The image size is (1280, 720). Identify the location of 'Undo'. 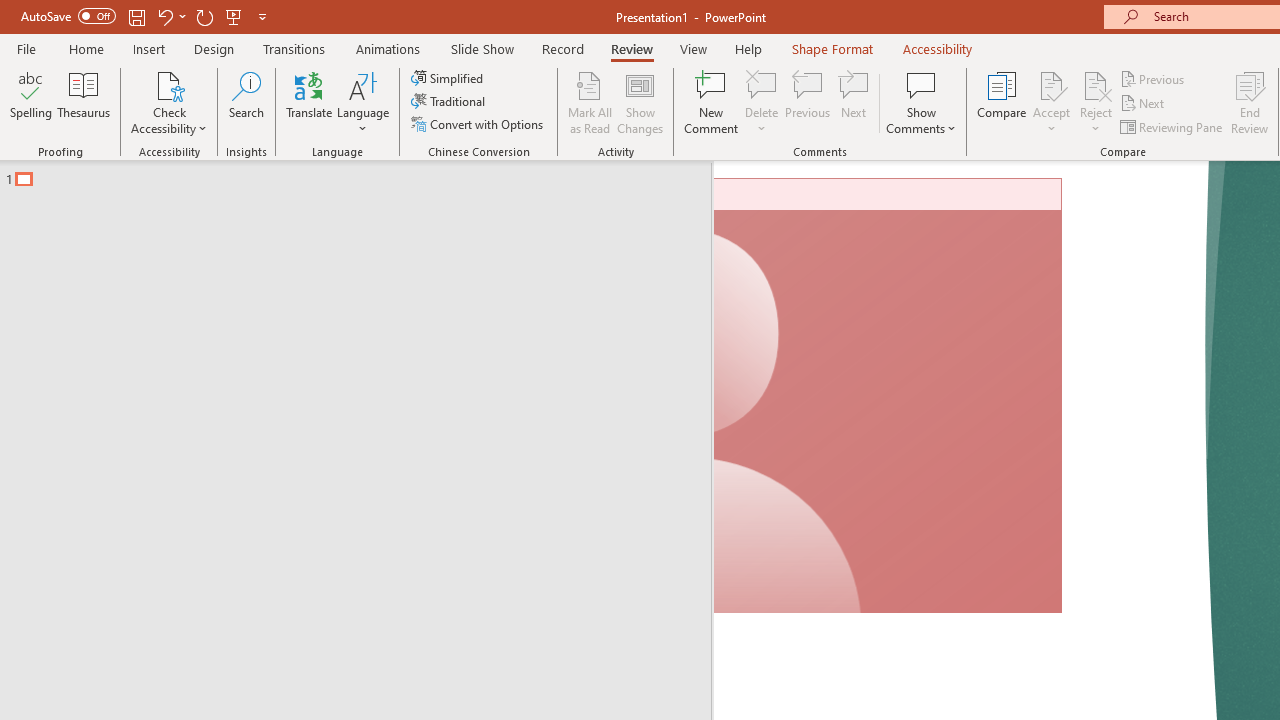
(170, 16).